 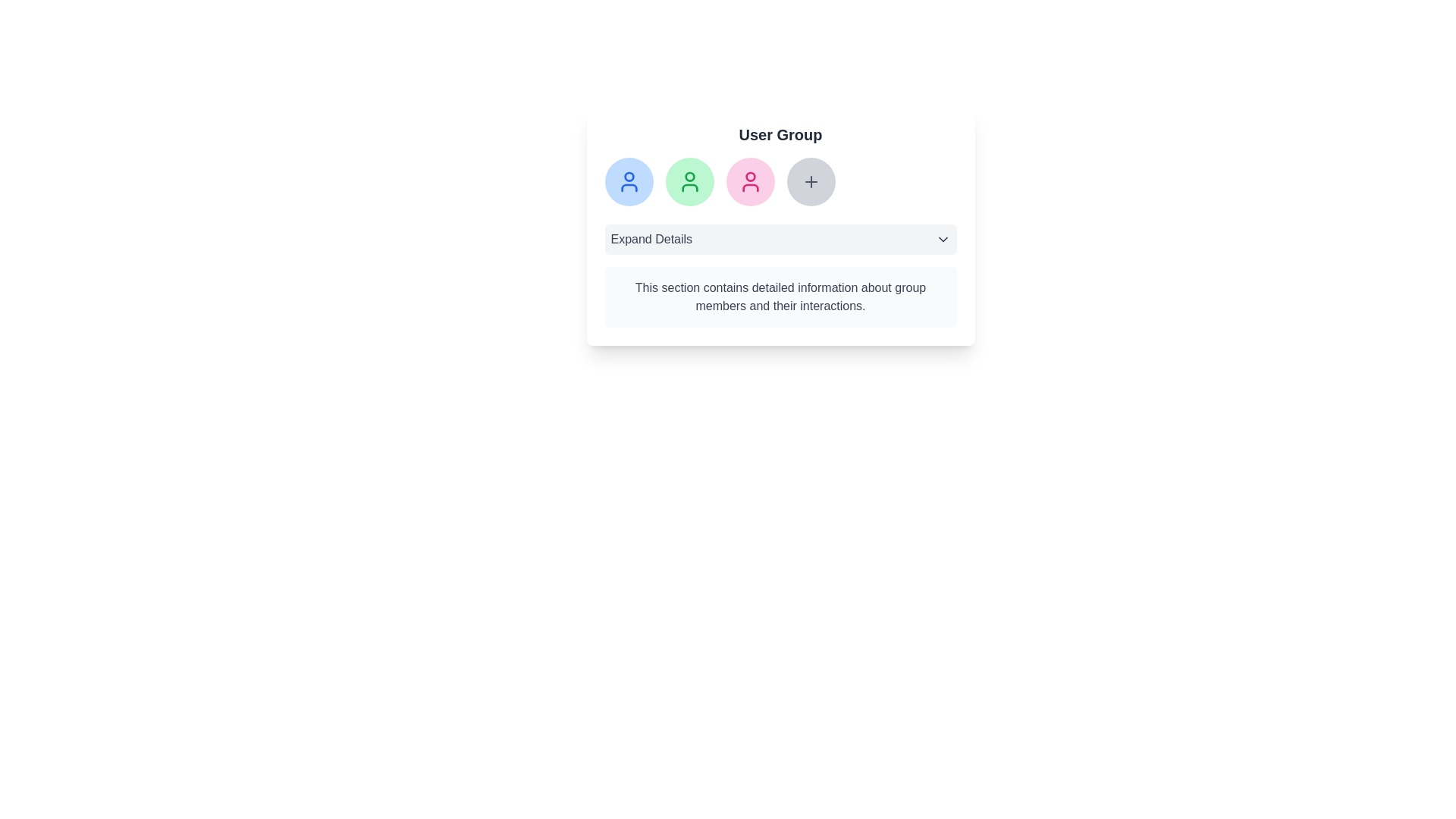 What do you see at coordinates (942, 239) in the screenshot?
I see `the arrow icon that expands or collapses additional details in the 'User Group' section` at bounding box center [942, 239].